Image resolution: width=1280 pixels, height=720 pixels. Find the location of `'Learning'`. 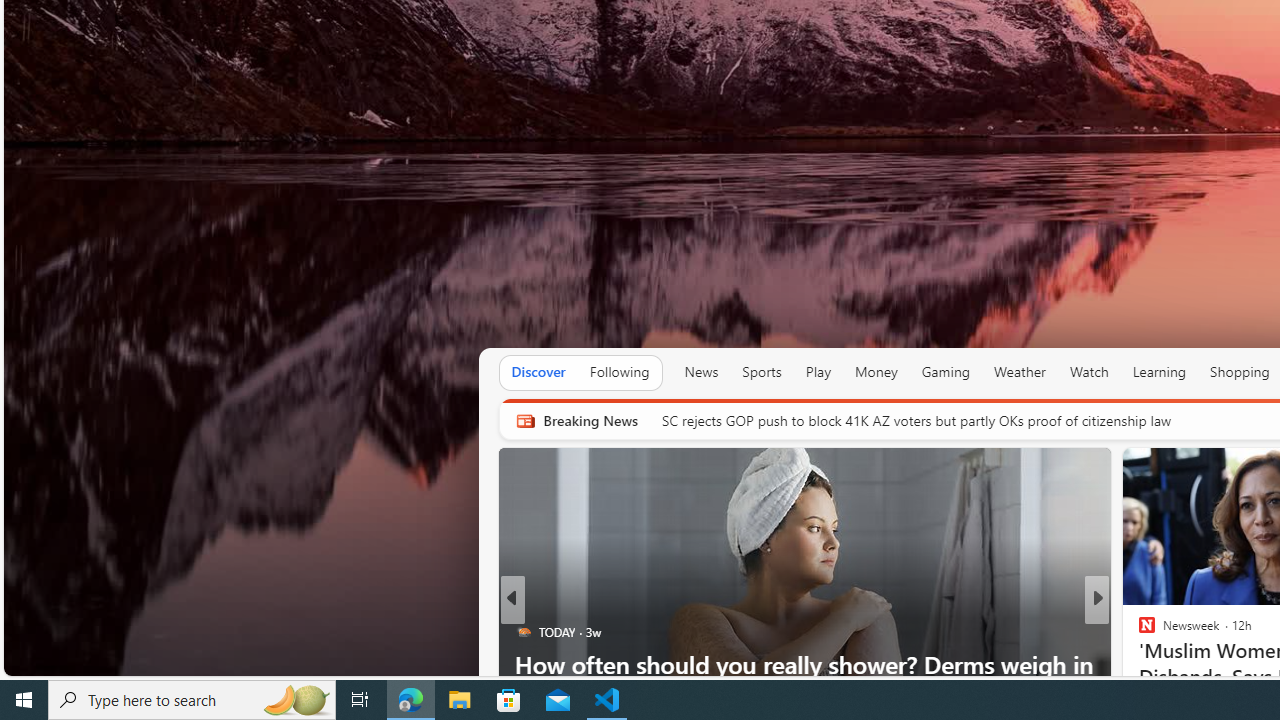

'Learning' is located at coordinates (1159, 371).